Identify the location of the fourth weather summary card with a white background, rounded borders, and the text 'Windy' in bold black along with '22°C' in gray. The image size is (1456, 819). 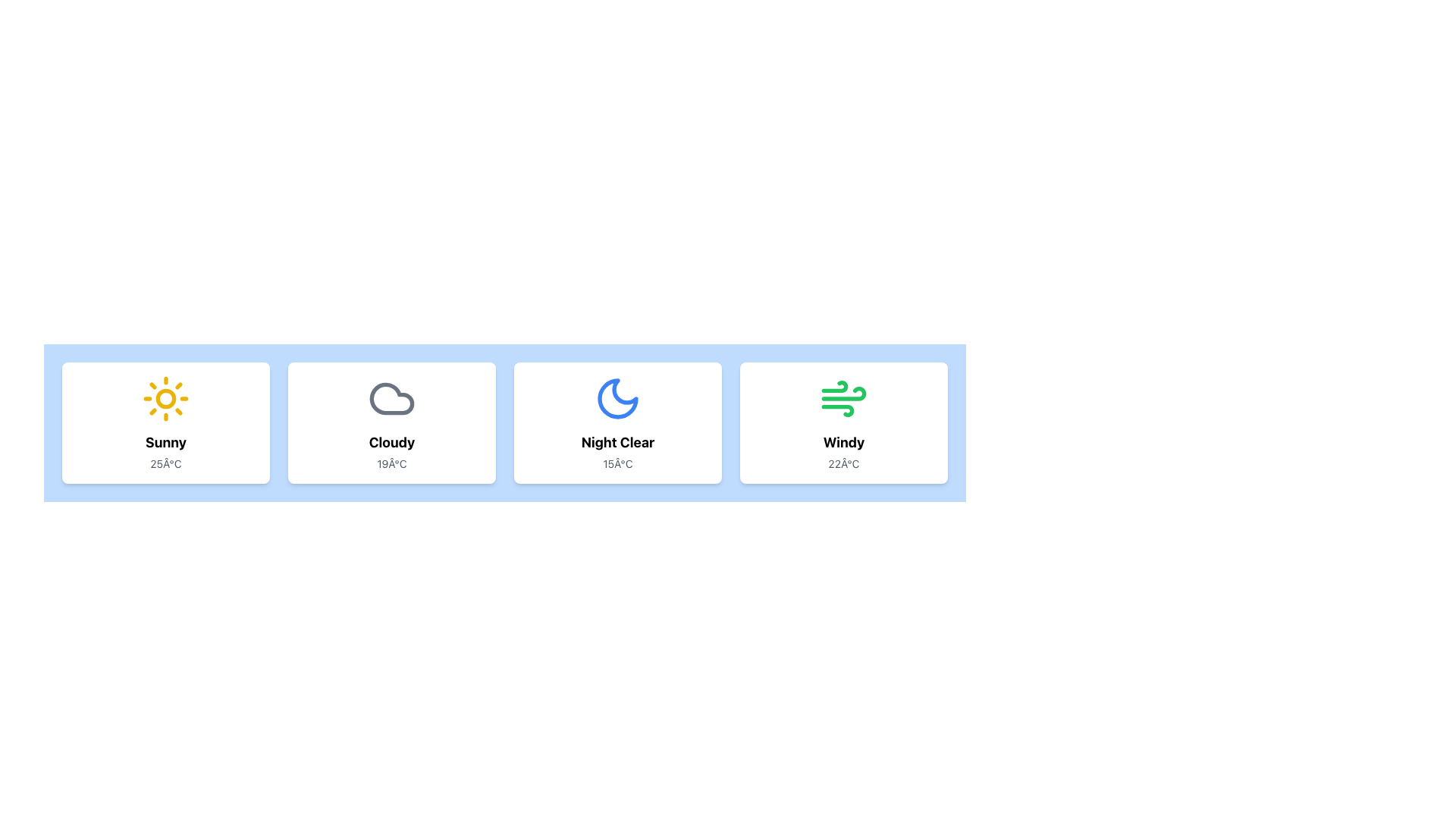
(843, 423).